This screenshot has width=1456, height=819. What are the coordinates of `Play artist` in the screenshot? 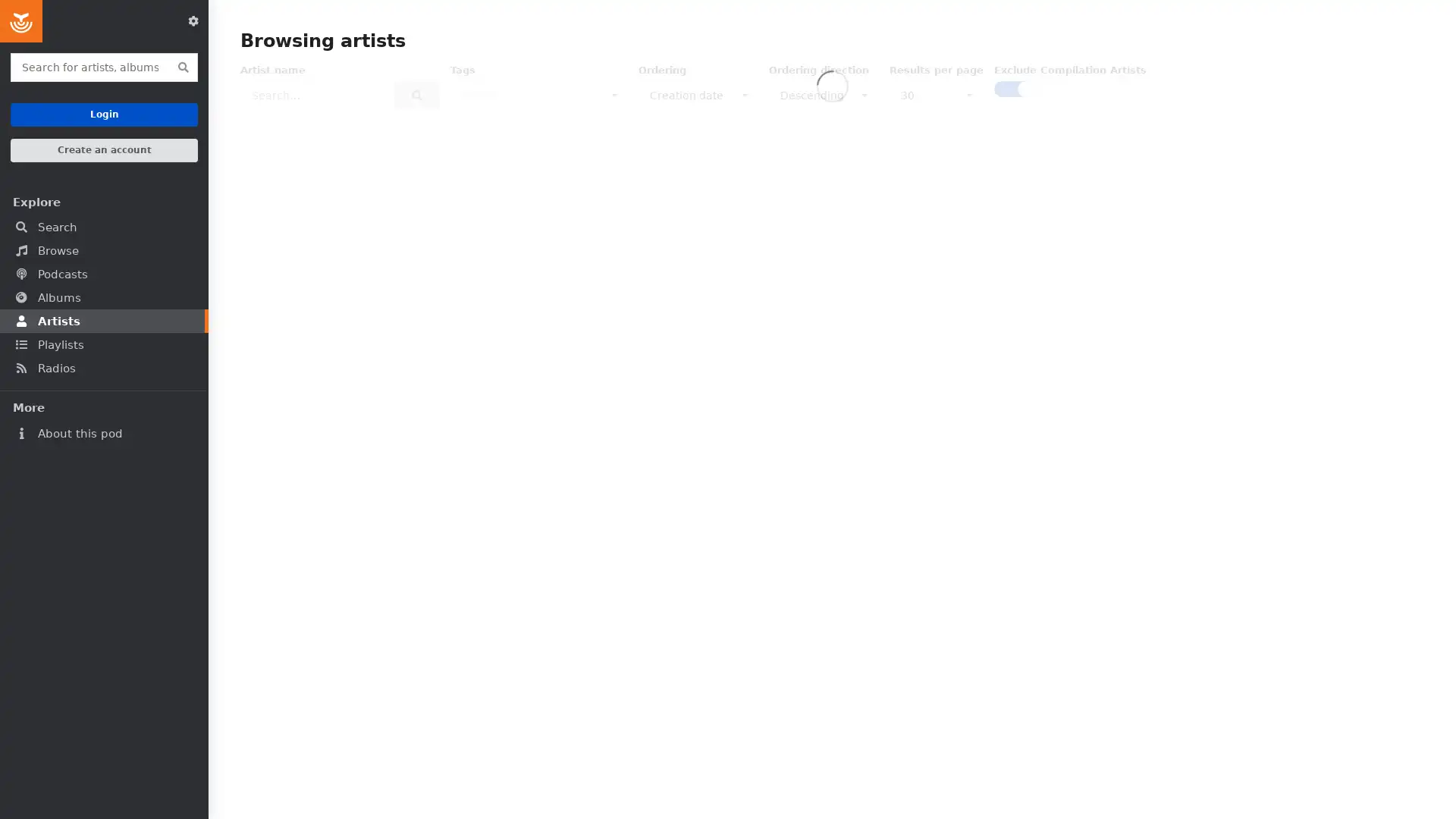 It's located at (1026, 259).